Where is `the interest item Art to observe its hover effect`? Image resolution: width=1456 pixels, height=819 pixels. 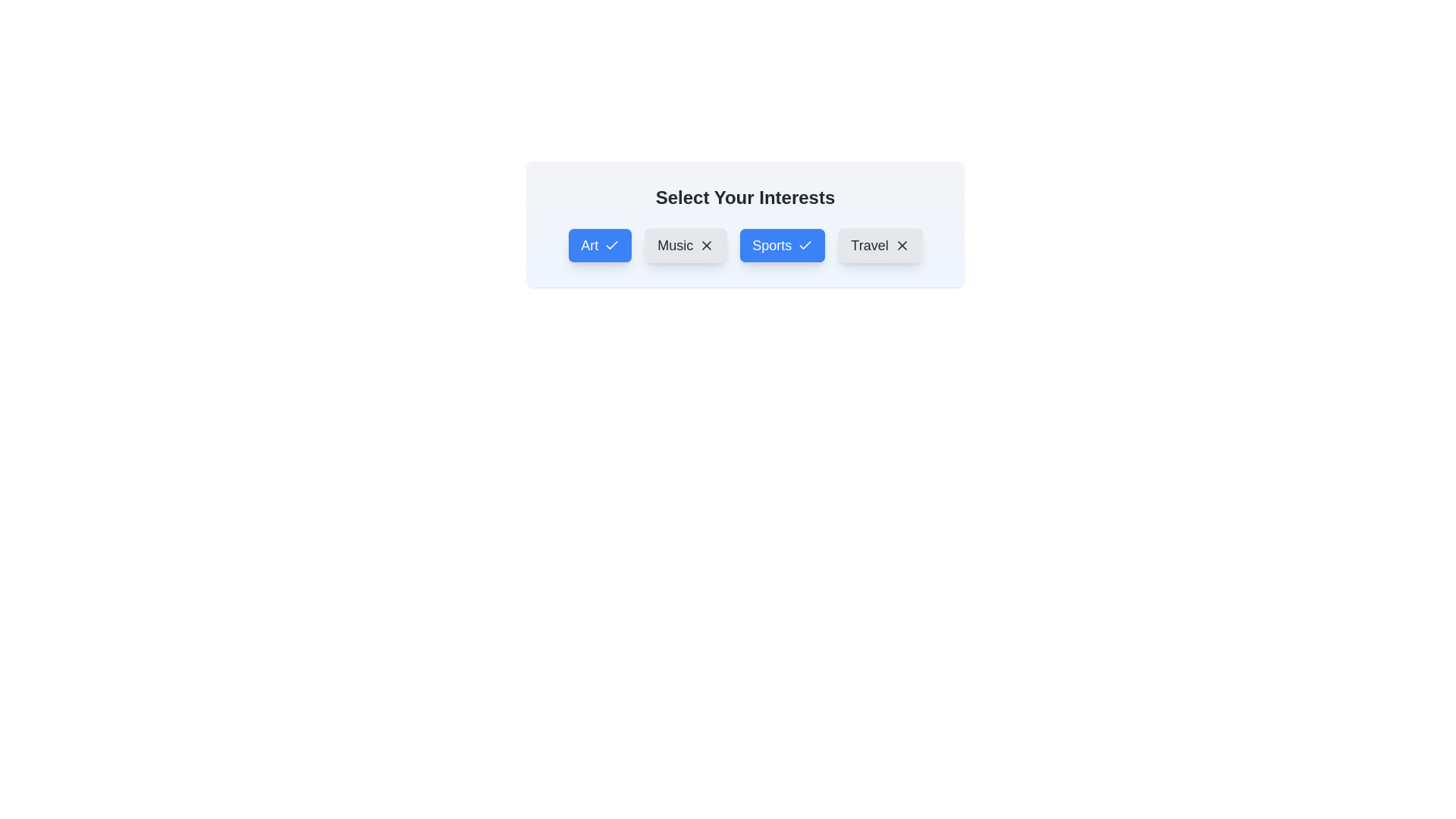
the interest item Art to observe its hover effect is located at coordinates (599, 245).